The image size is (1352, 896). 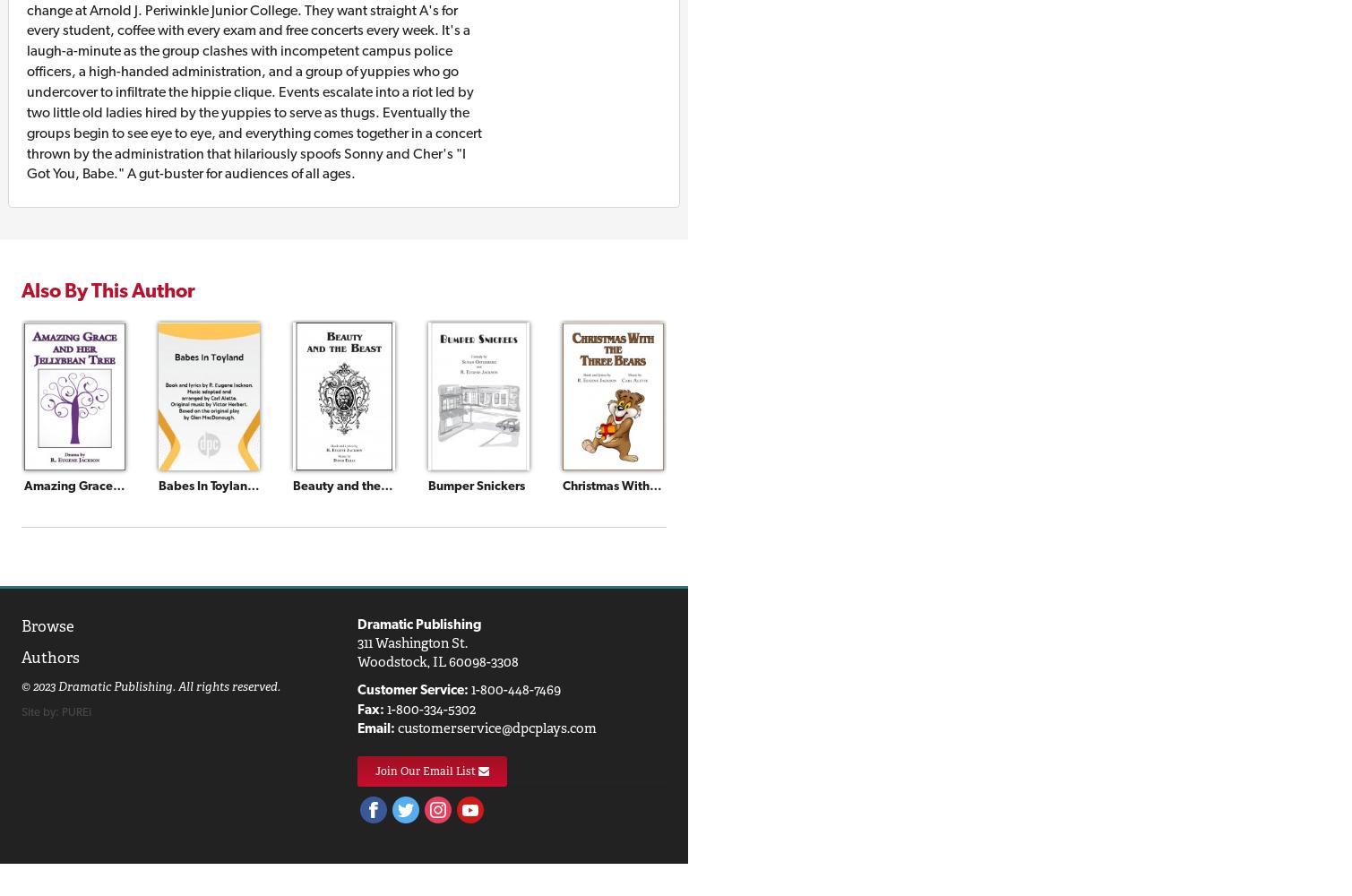 What do you see at coordinates (370, 709) in the screenshot?
I see `'Fax:'` at bounding box center [370, 709].